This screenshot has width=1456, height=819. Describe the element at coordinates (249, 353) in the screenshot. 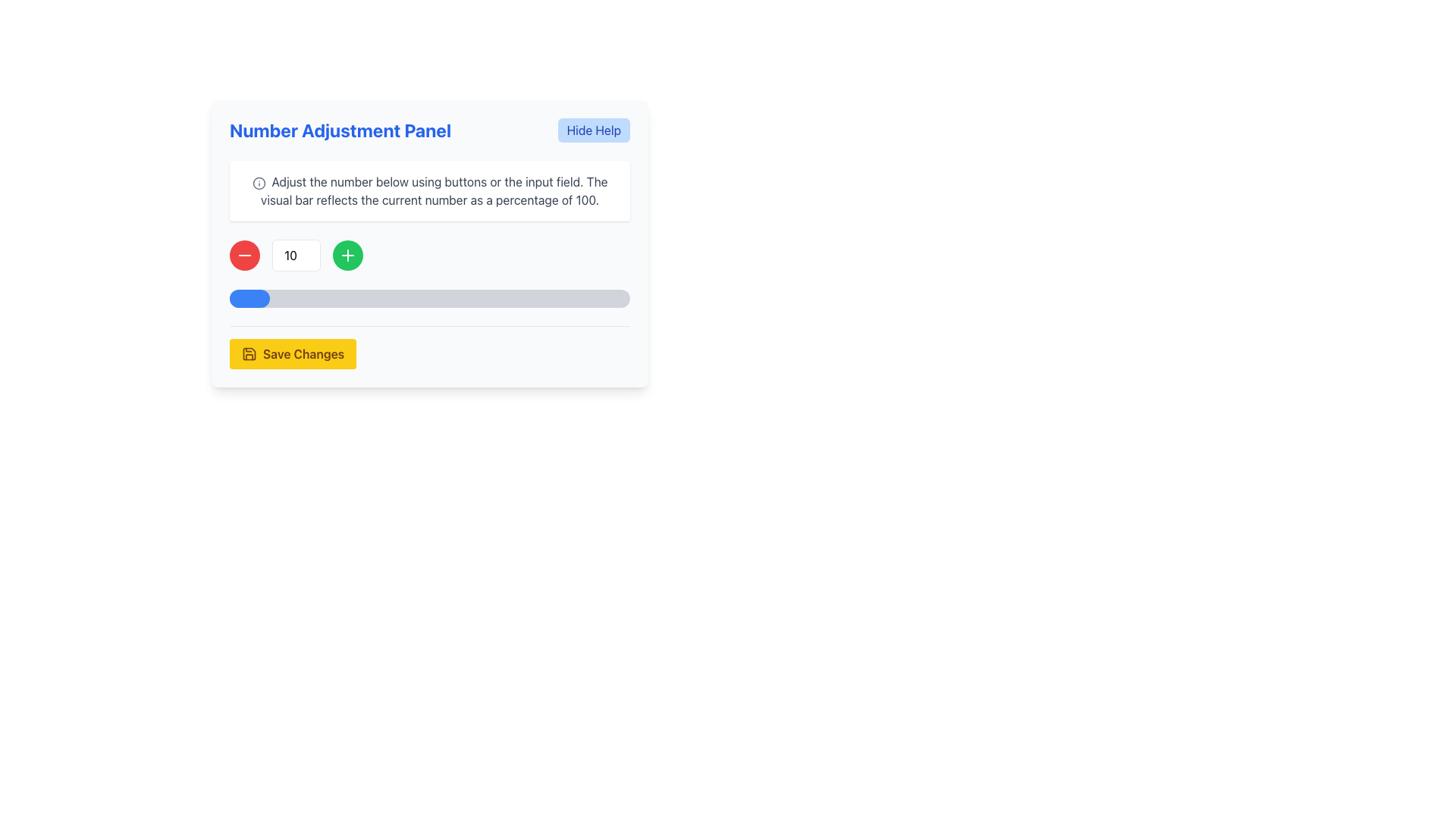

I see `the 'save' icon located on the left side of the 'Save Changes' button at the bottom center of the panel` at that location.